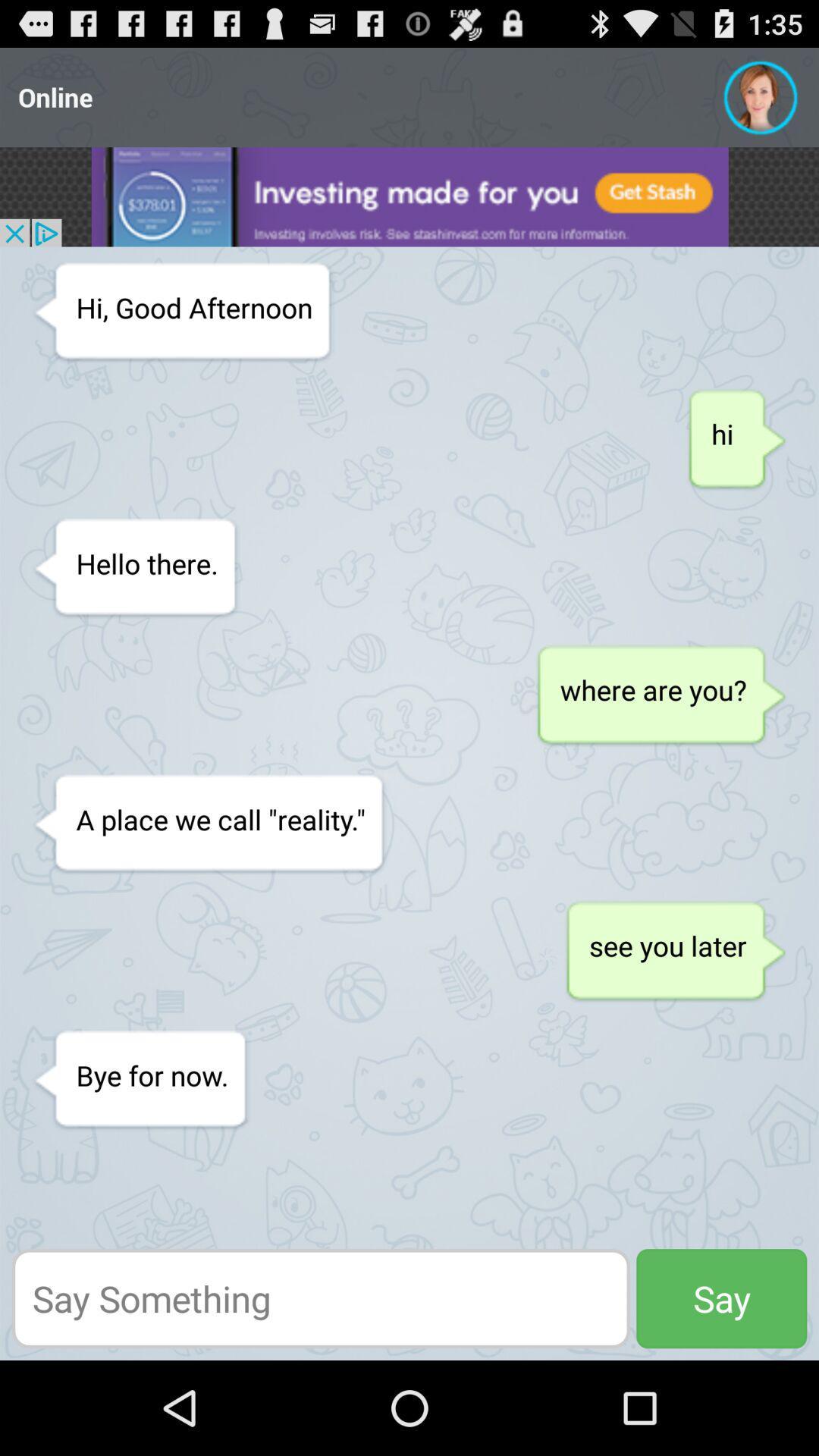  Describe the element at coordinates (320, 1298) in the screenshot. I see `reply` at that location.